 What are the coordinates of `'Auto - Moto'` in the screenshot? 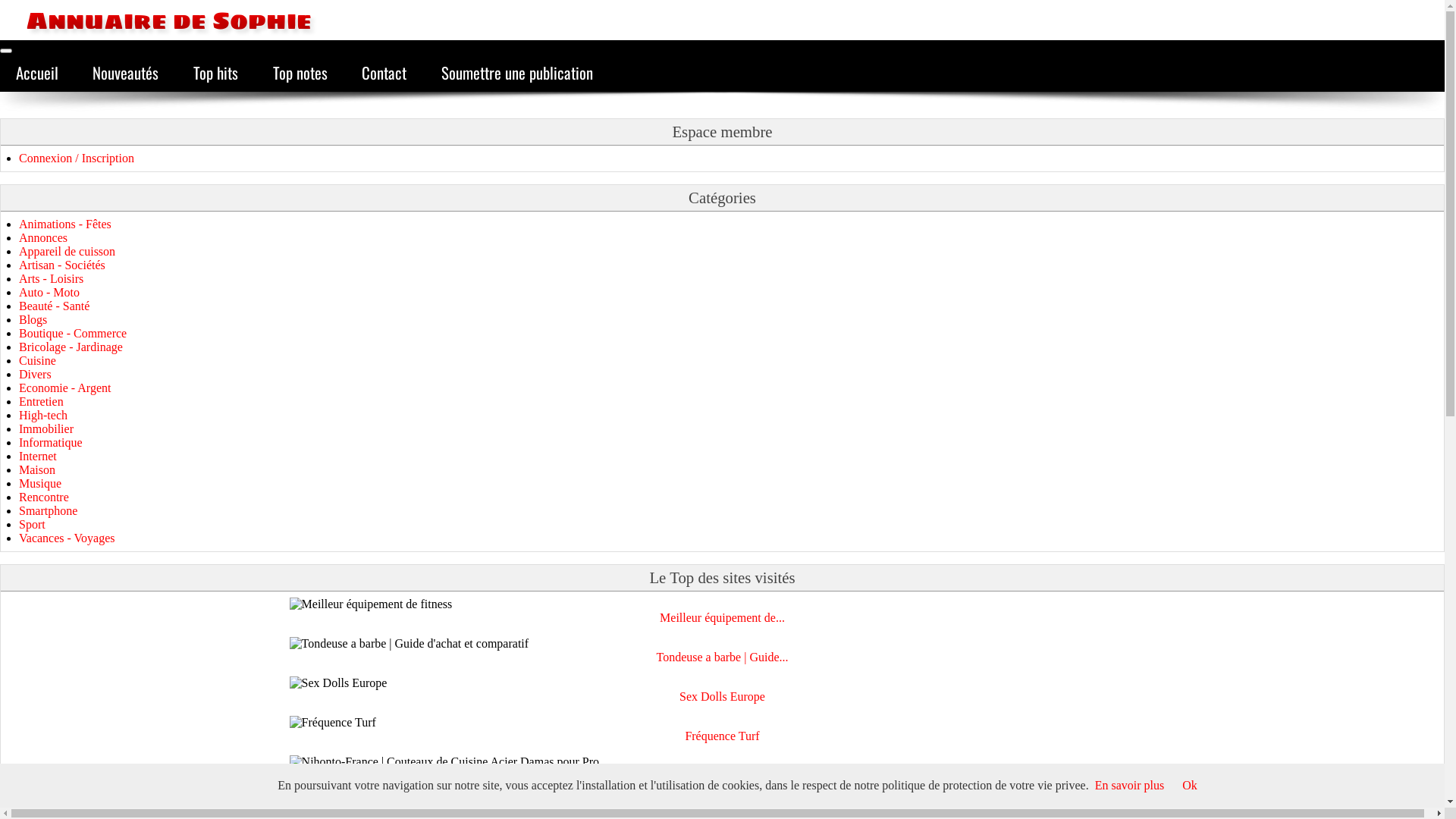 It's located at (49, 292).